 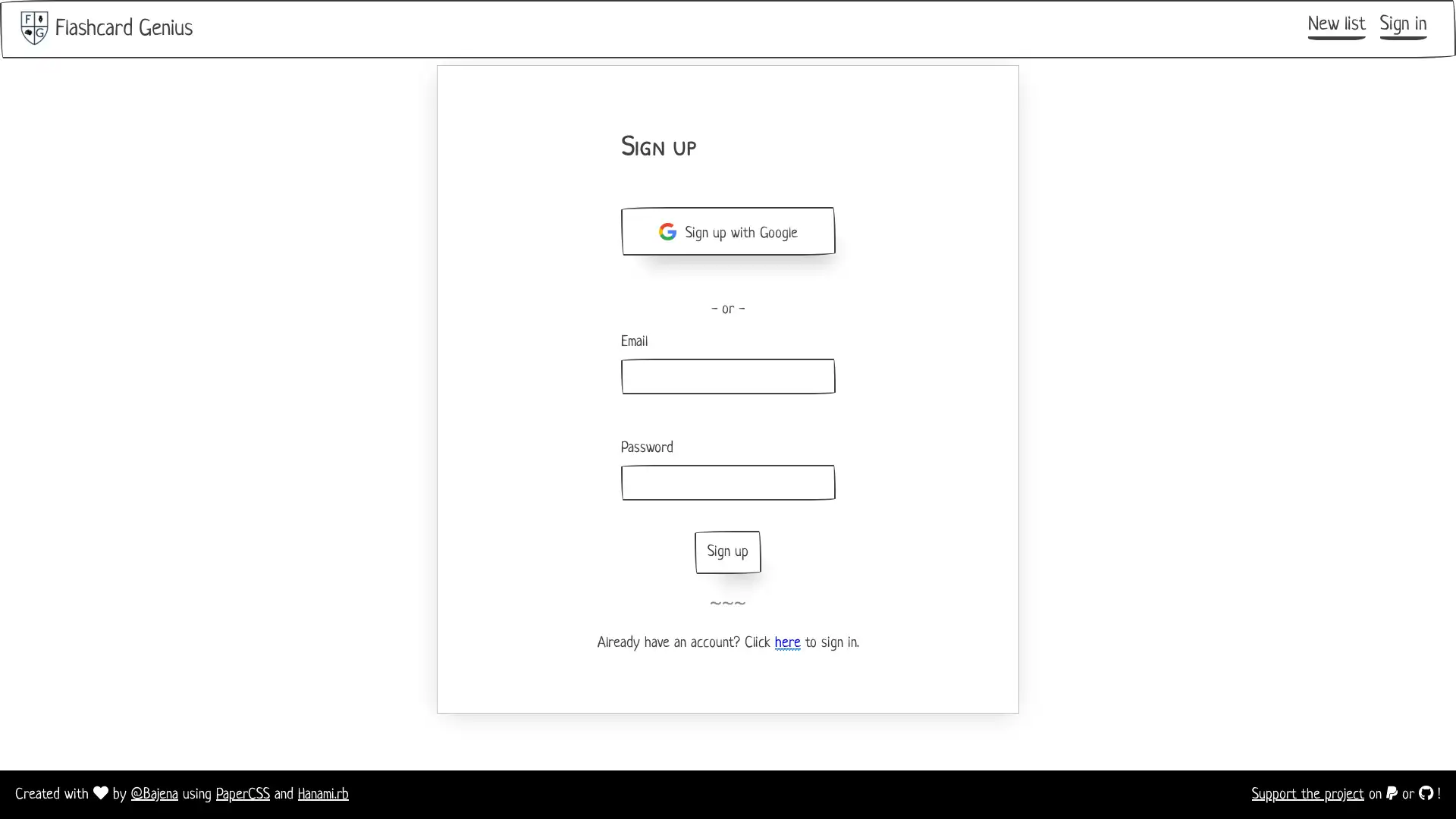 What do you see at coordinates (728, 552) in the screenshot?
I see `Sign up` at bounding box center [728, 552].